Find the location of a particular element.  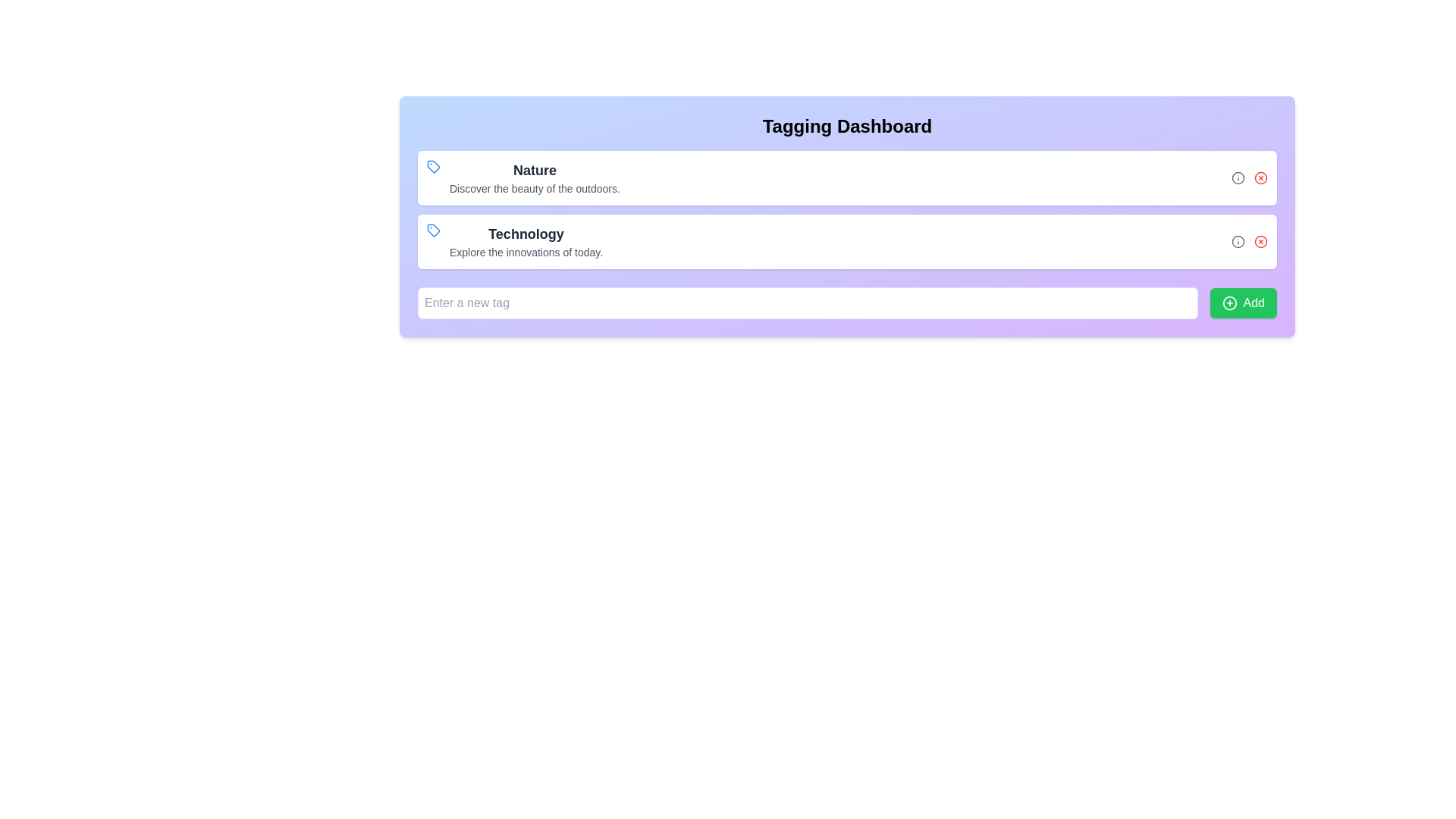

the 'Nature' text block with icon at the top of the list is located at coordinates (523, 177).